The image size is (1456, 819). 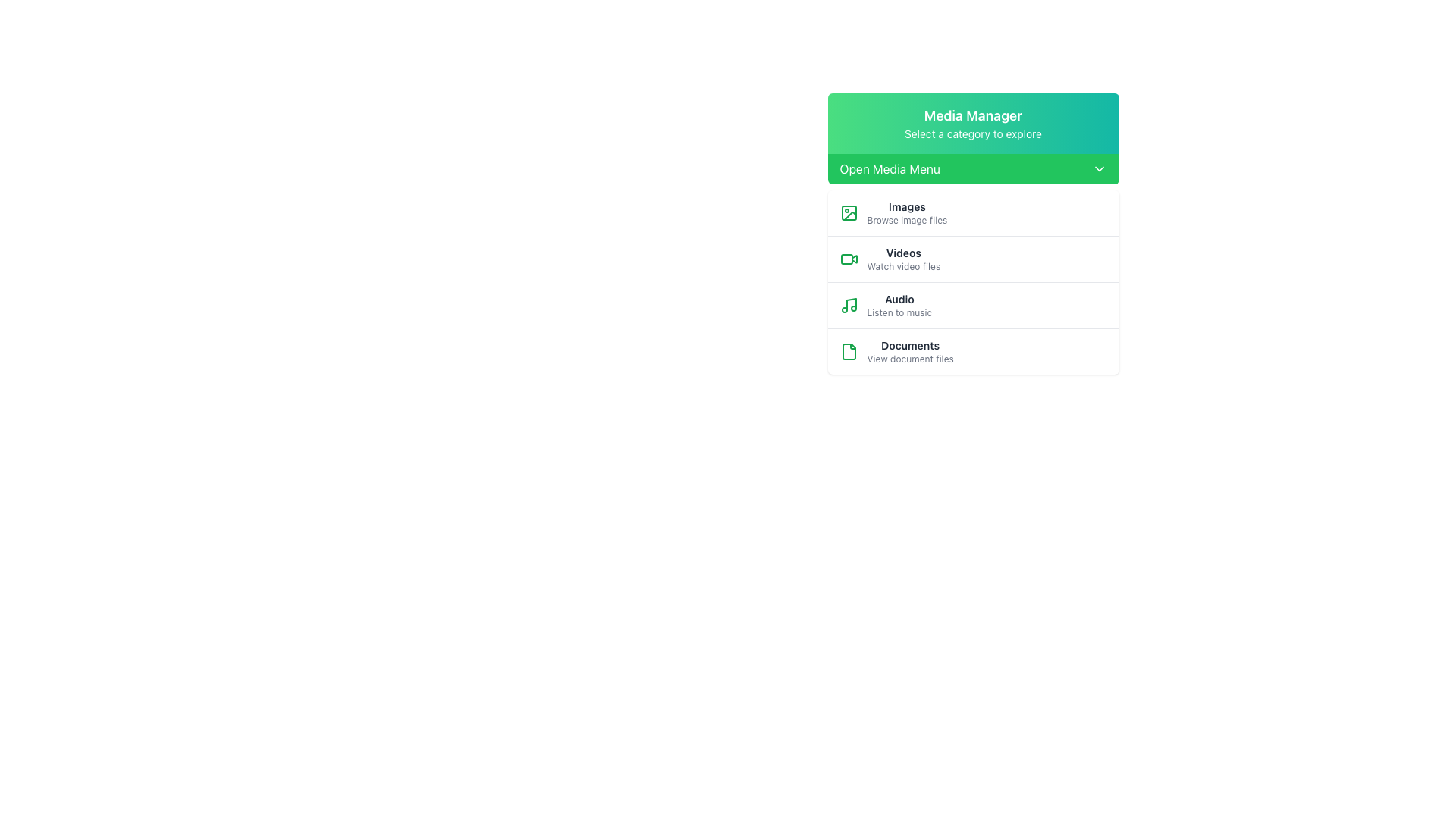 What do you see at coordinates (903, 253) in the screenshot?
I see `the bold text label 'Videos' which is the title of the second section in a vertical list on the right side of the interface, located above the description 'Watch video files'` at bounding box center [903, 253].